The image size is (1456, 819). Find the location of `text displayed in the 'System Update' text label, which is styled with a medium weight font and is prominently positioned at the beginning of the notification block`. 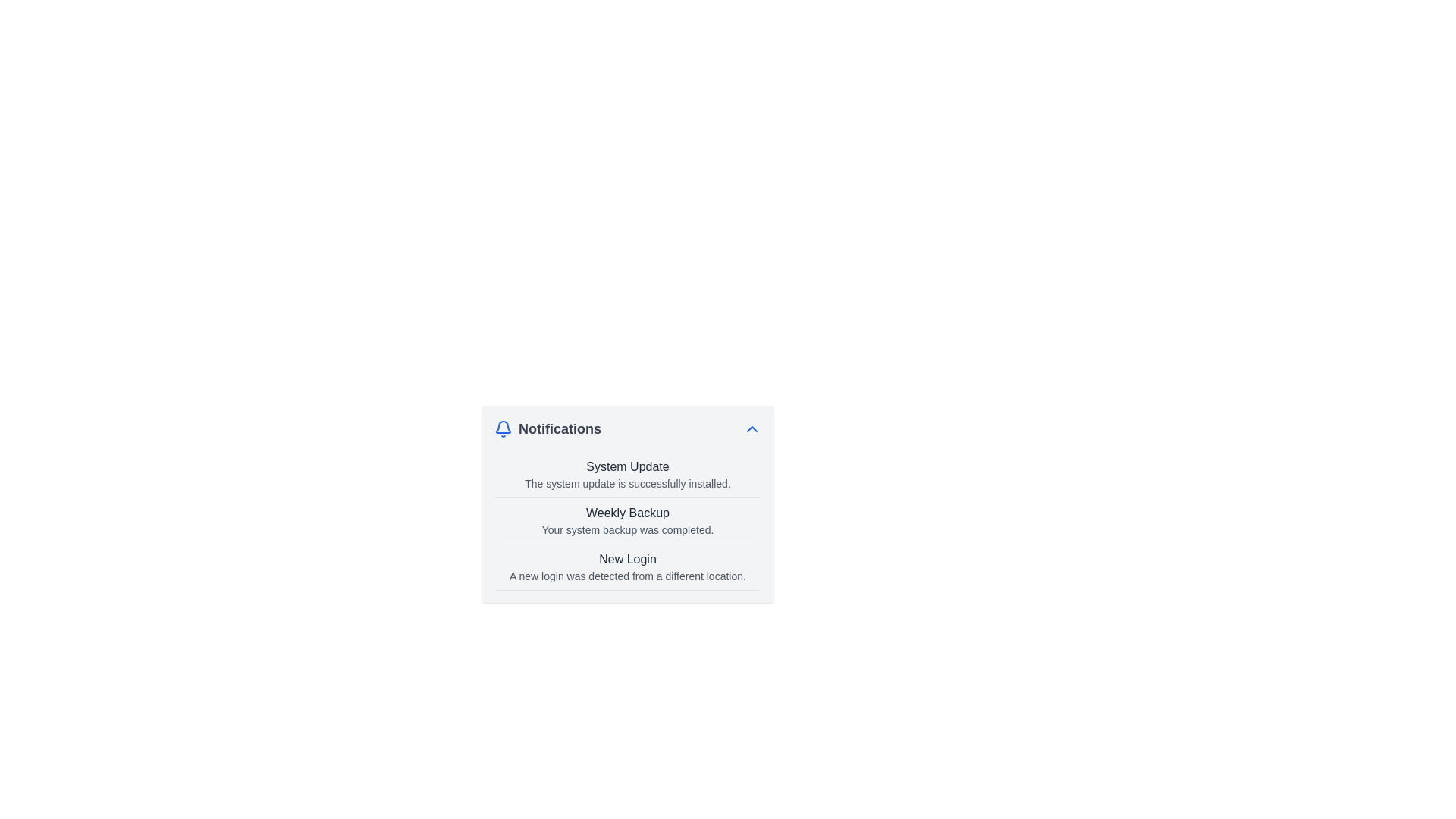

text displayed in the 'System Update' text label, which is styled with a medium weight font and is prominently positioned at the beginning of the notification block is located at coordinates (628, 466).